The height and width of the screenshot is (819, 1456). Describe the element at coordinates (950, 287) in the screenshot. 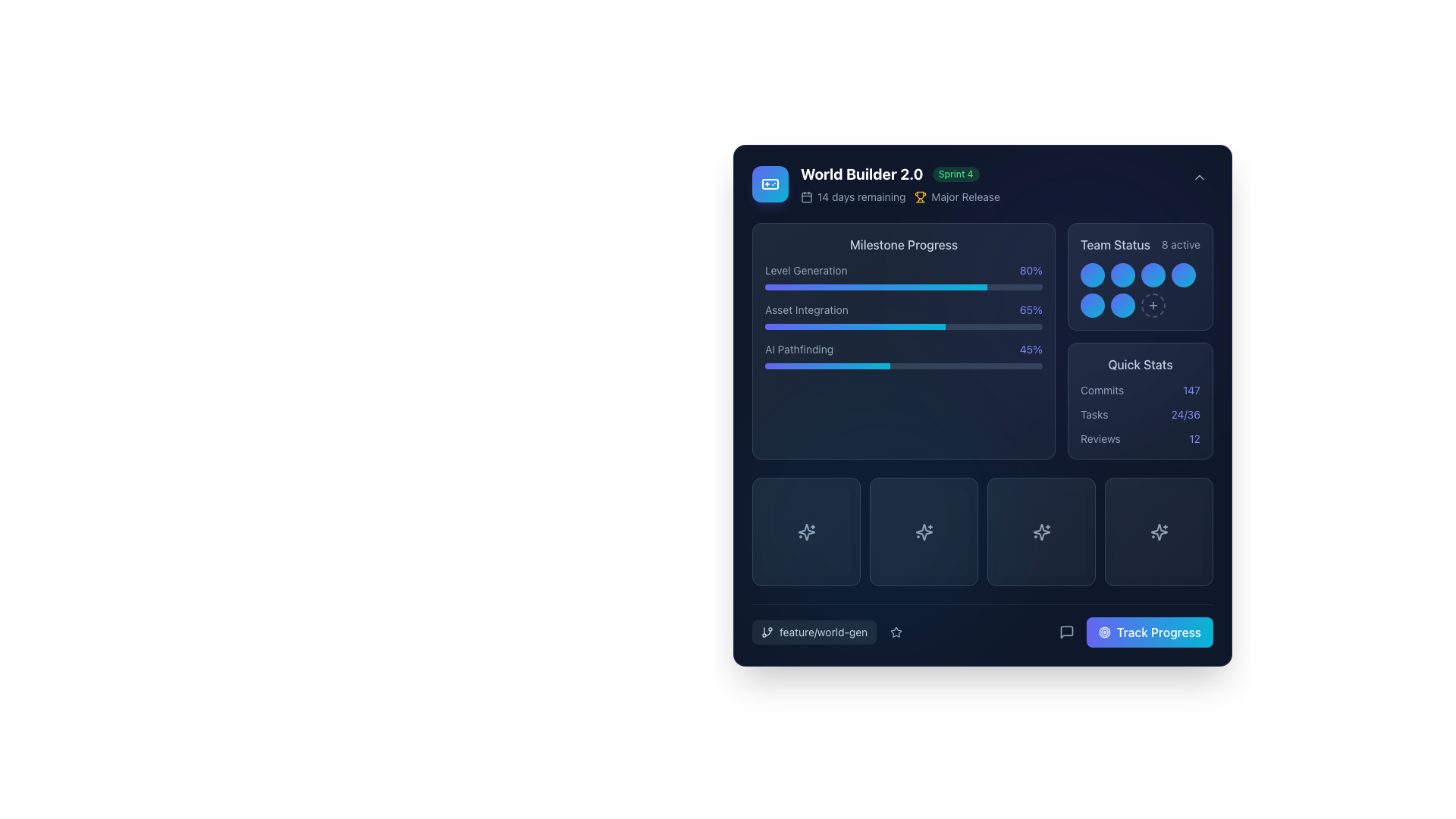

I see `progress` at that location.